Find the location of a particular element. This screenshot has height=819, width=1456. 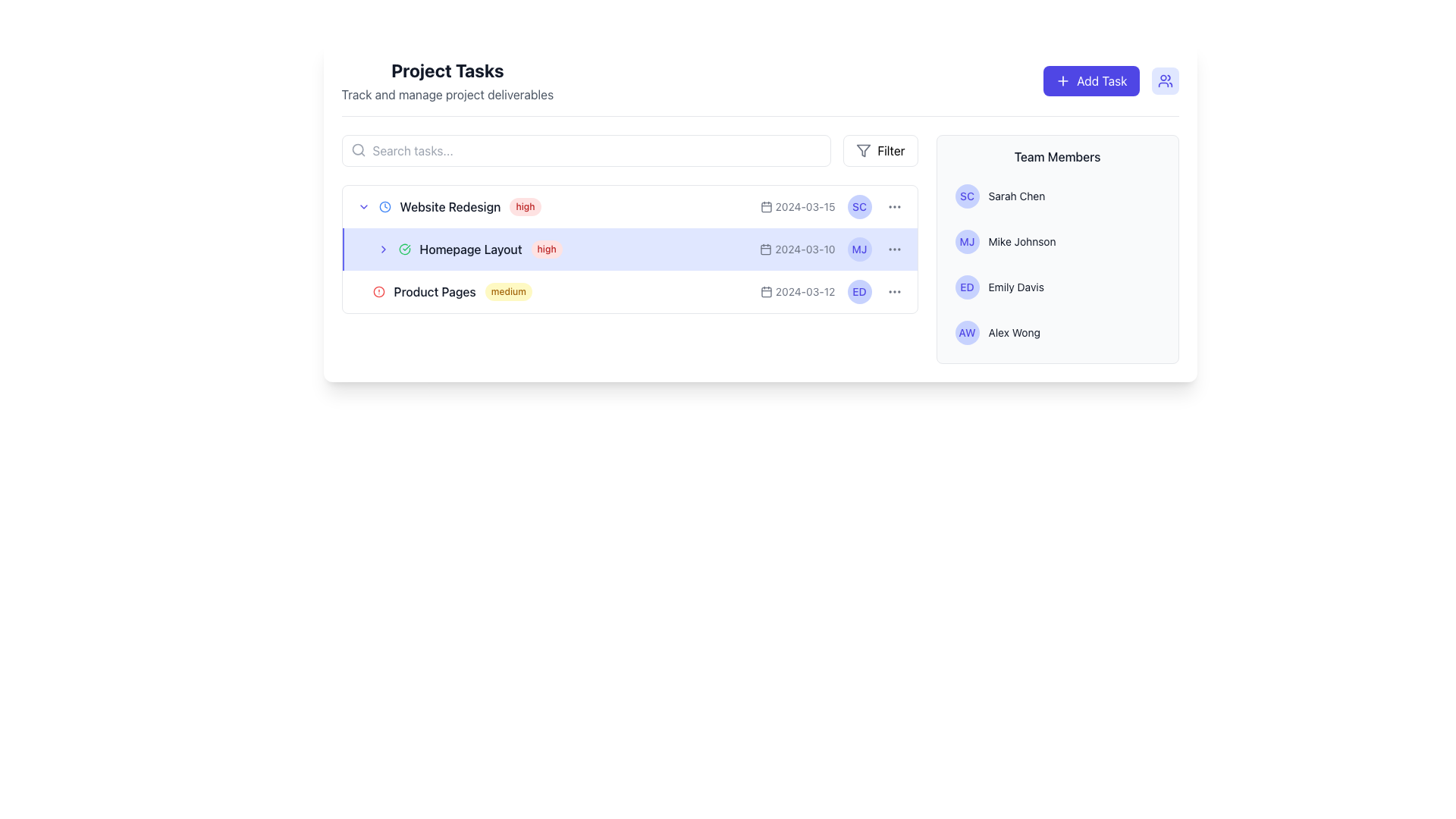

a user entry in the list of team members is located at coordinates (1056, 263).